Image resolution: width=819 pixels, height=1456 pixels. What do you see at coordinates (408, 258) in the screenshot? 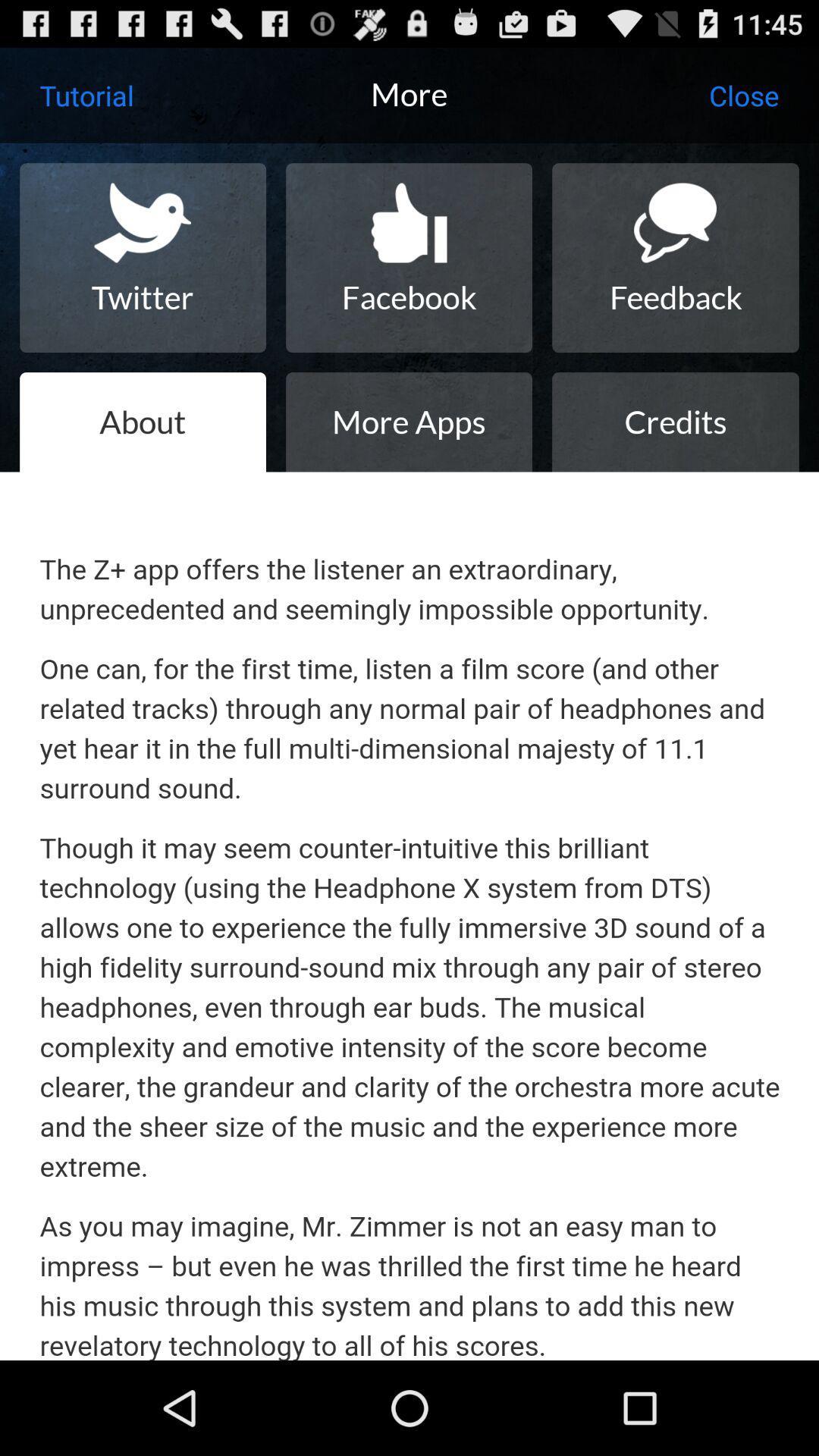
I see `facebook item` at bounding box center [408, 258].